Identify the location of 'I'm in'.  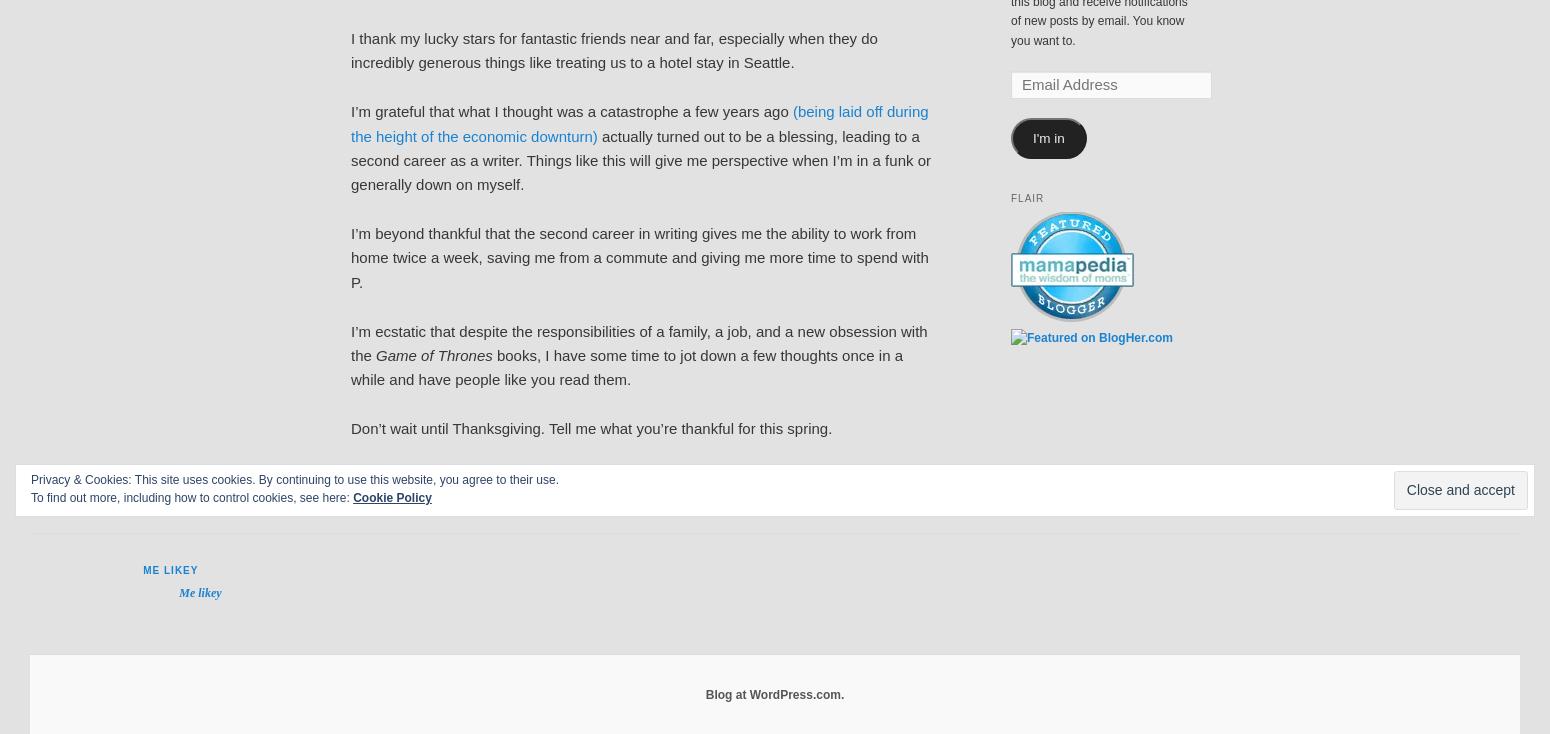
(1047, 137).